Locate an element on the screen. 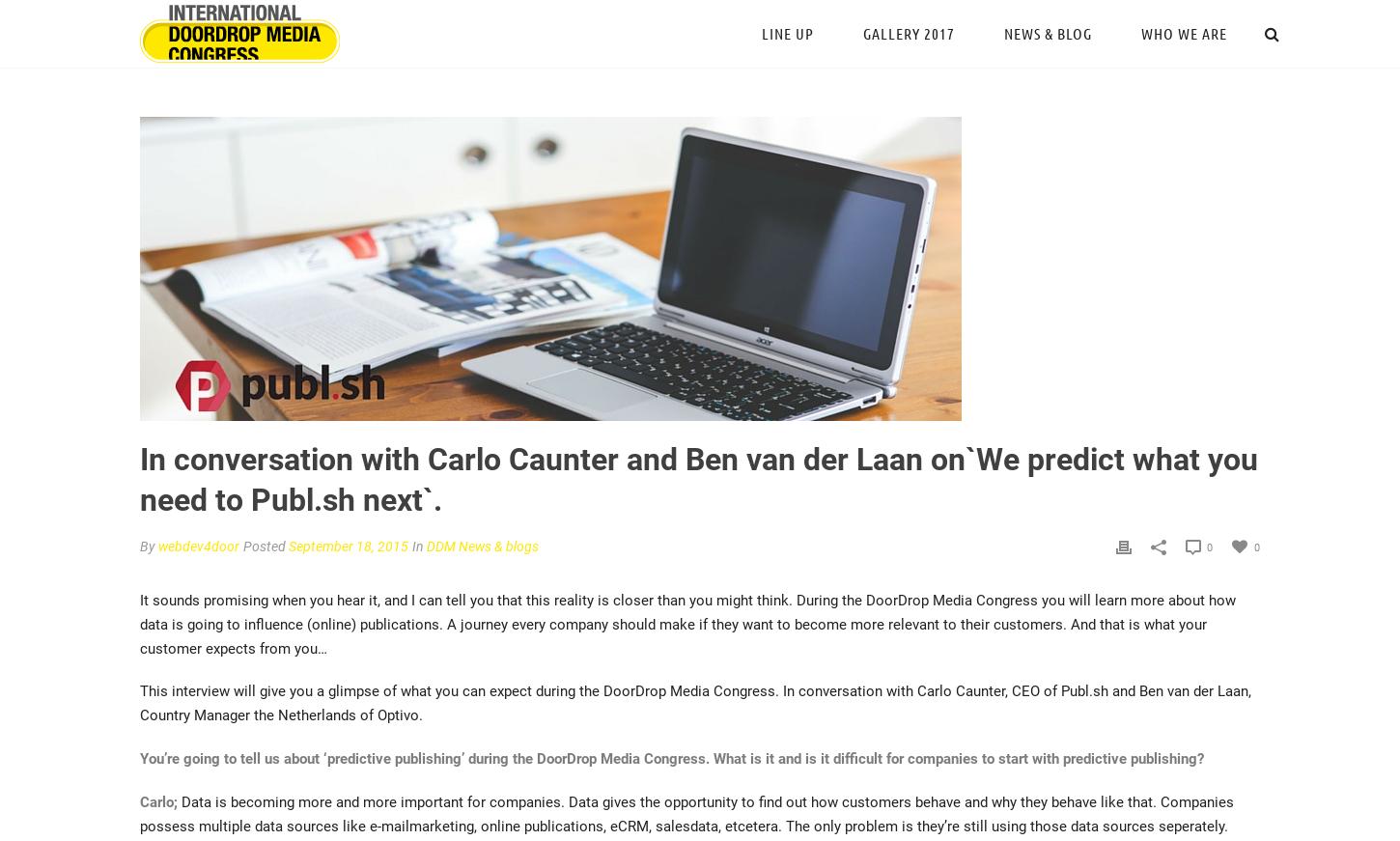 The width and height of the screenshot is (1400, 841). 'Posted' is located at coordinates (266, 546).